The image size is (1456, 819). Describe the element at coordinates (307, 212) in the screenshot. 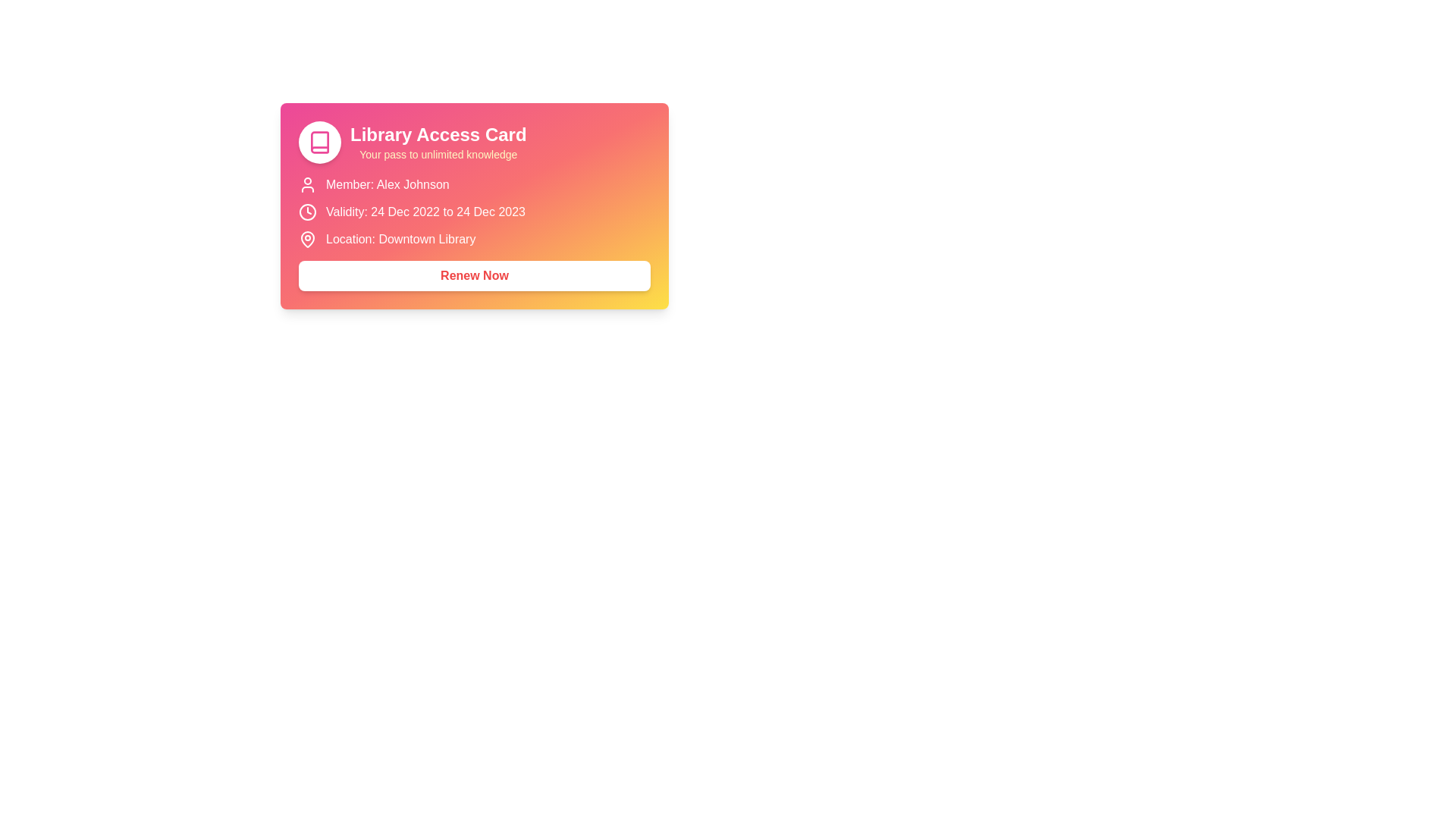

I see `properties of the SVG Circle that represents the clock icon, located to the left of the 'Validity: 24 Dec 2022 to 24 Dec 2023' text` at that location.